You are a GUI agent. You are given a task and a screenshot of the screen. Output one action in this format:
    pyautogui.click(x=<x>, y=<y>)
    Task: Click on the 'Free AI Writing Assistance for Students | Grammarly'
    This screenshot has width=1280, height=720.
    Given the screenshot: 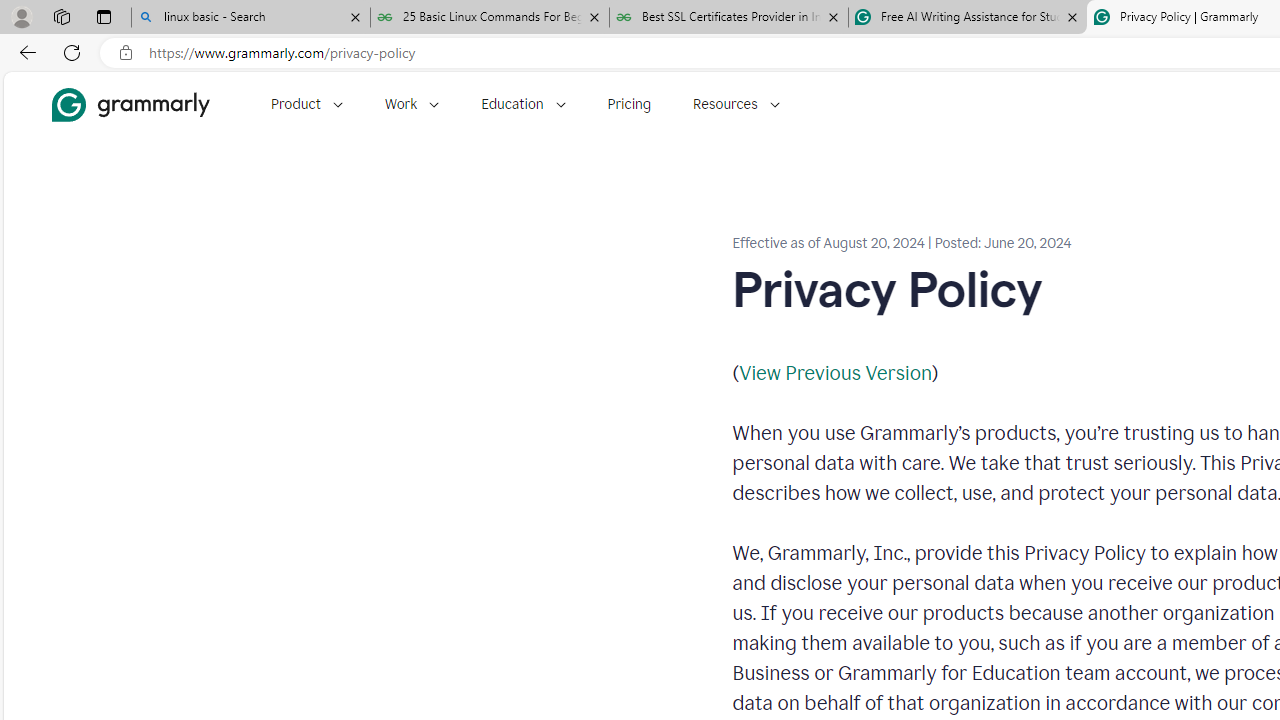 What is the action you would take?
    pyautogui.click(x=967, y=17)
    